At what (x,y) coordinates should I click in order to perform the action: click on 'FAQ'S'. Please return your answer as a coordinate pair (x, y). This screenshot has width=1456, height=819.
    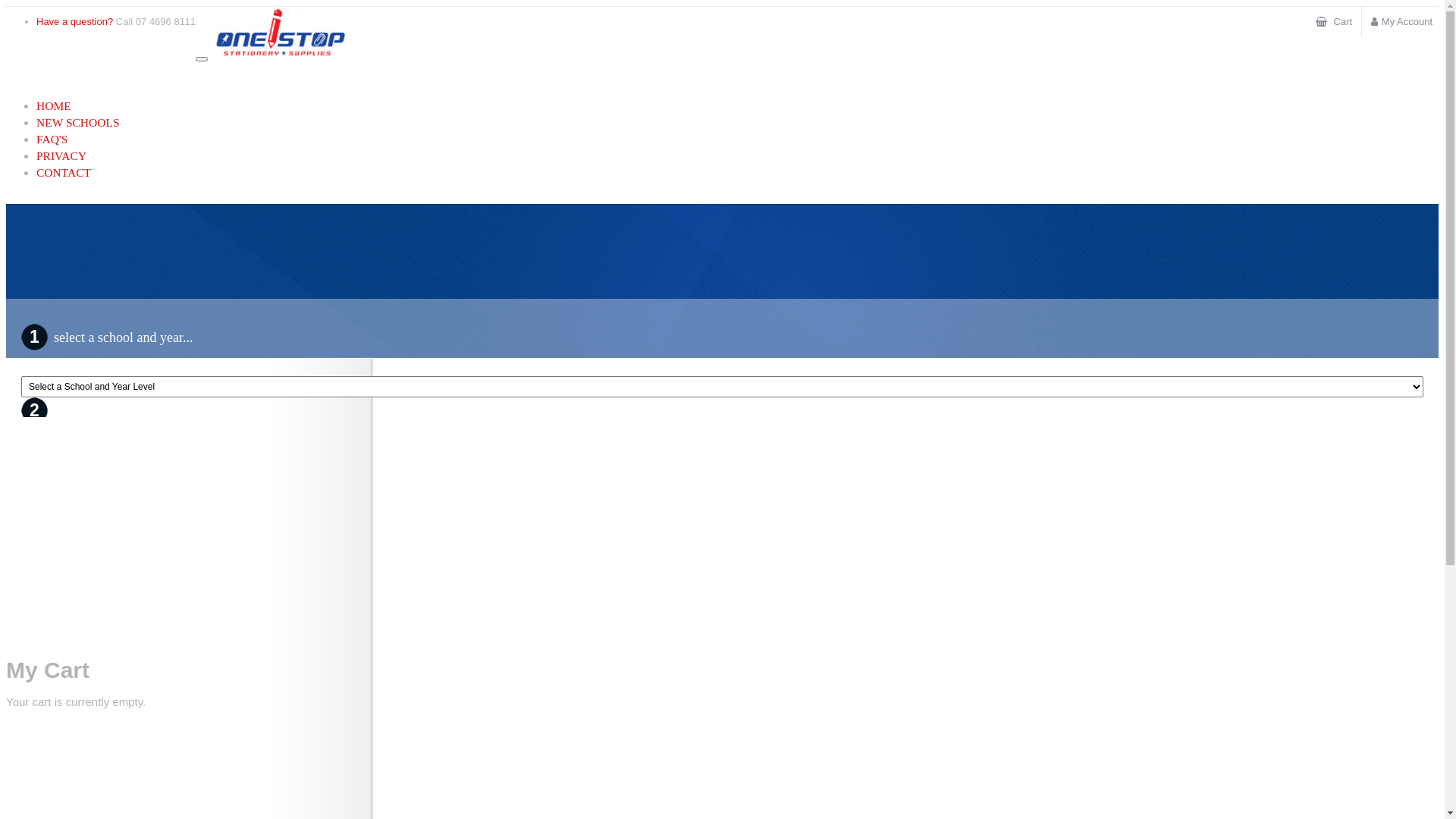
    Looking at the image, I should click on (52, 139).